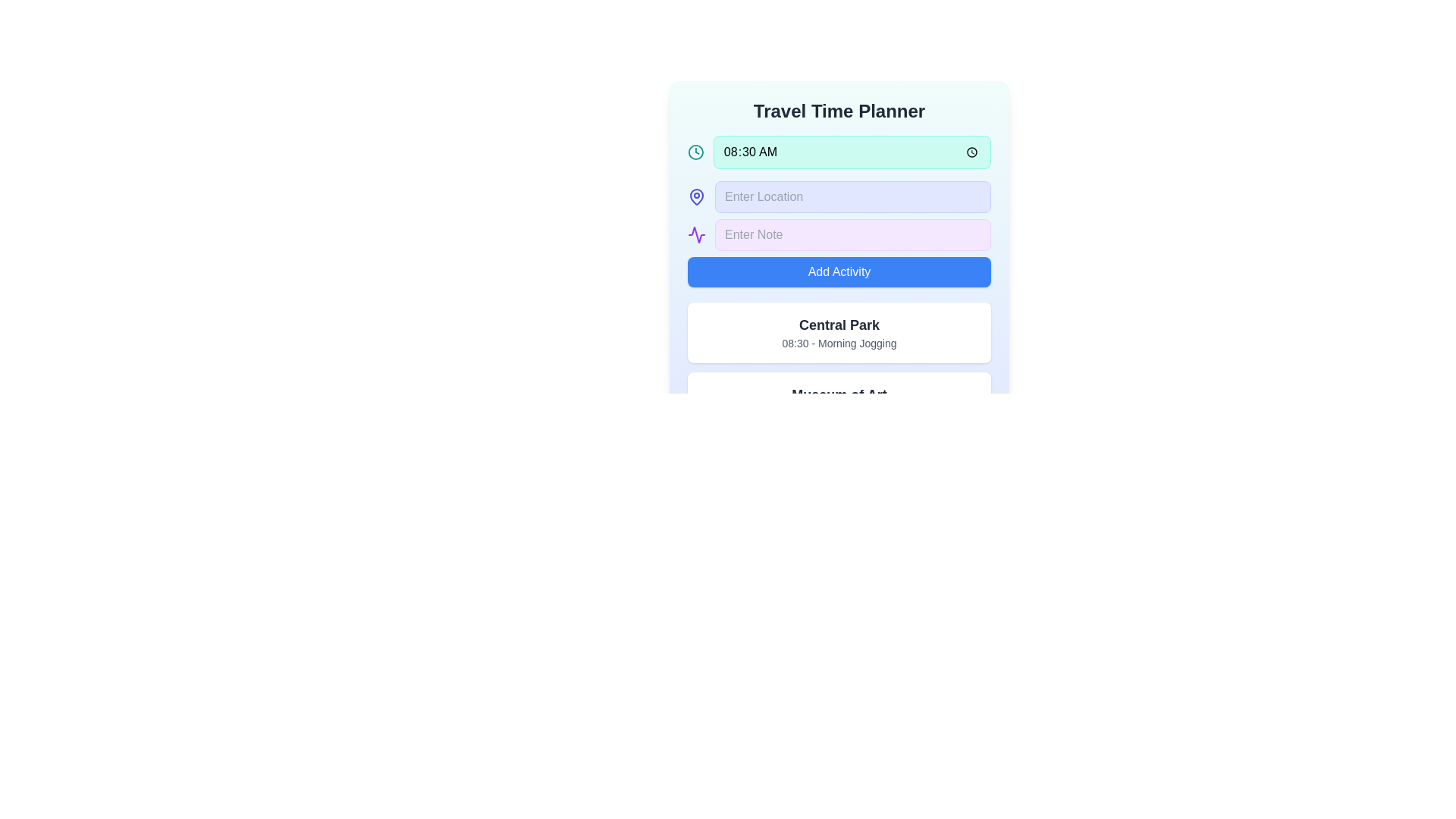 The image size is (1456, 819). Describe the element at coordinates (695, 195) in the screenshot. I see `the location pin icon, which is decorative and positioned adjacent to the 'Enter Location' text field in the top left section of the interface` at that location.